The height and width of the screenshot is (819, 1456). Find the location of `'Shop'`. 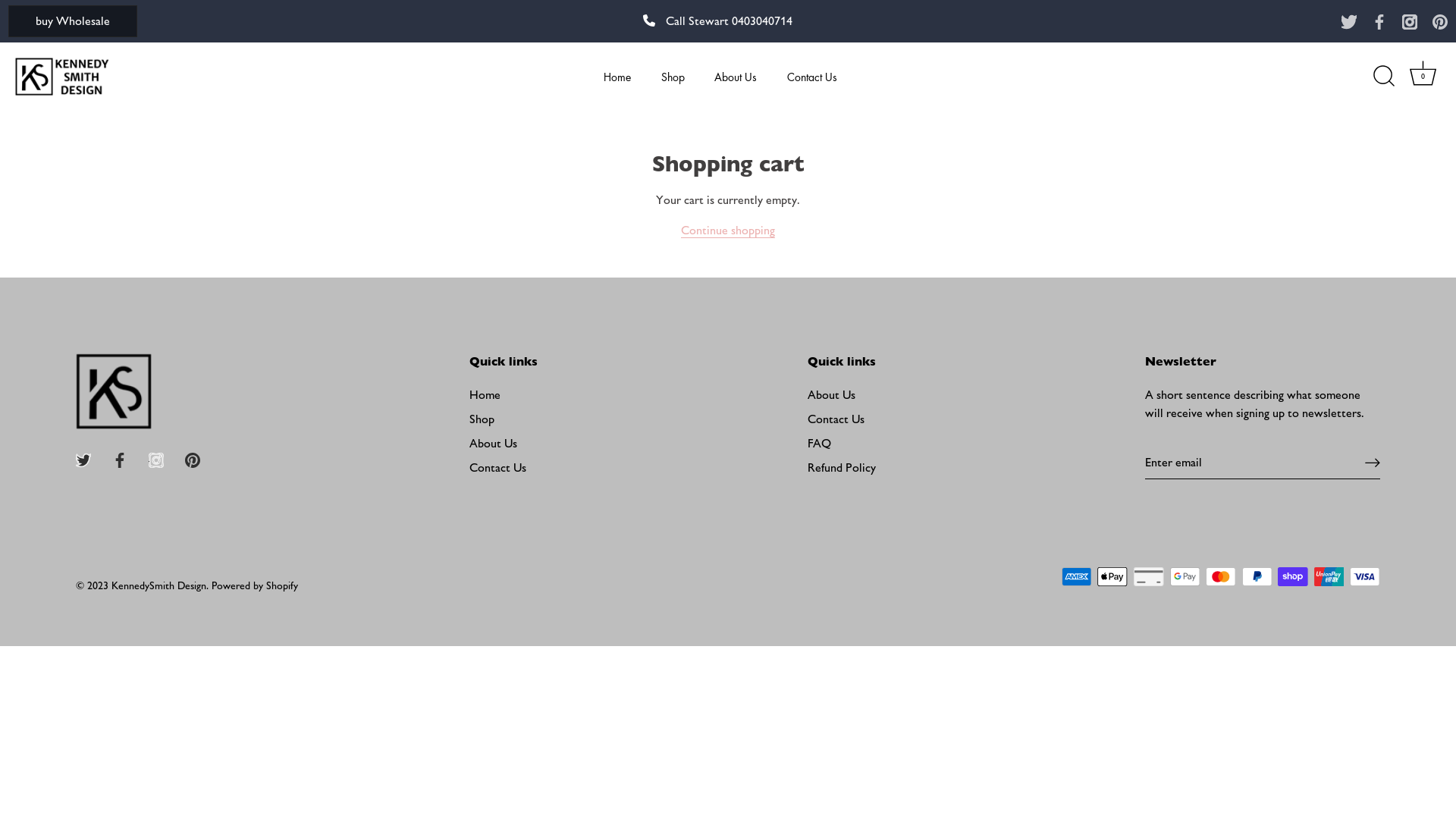

'Shop' is located at coordinates (481, 419).